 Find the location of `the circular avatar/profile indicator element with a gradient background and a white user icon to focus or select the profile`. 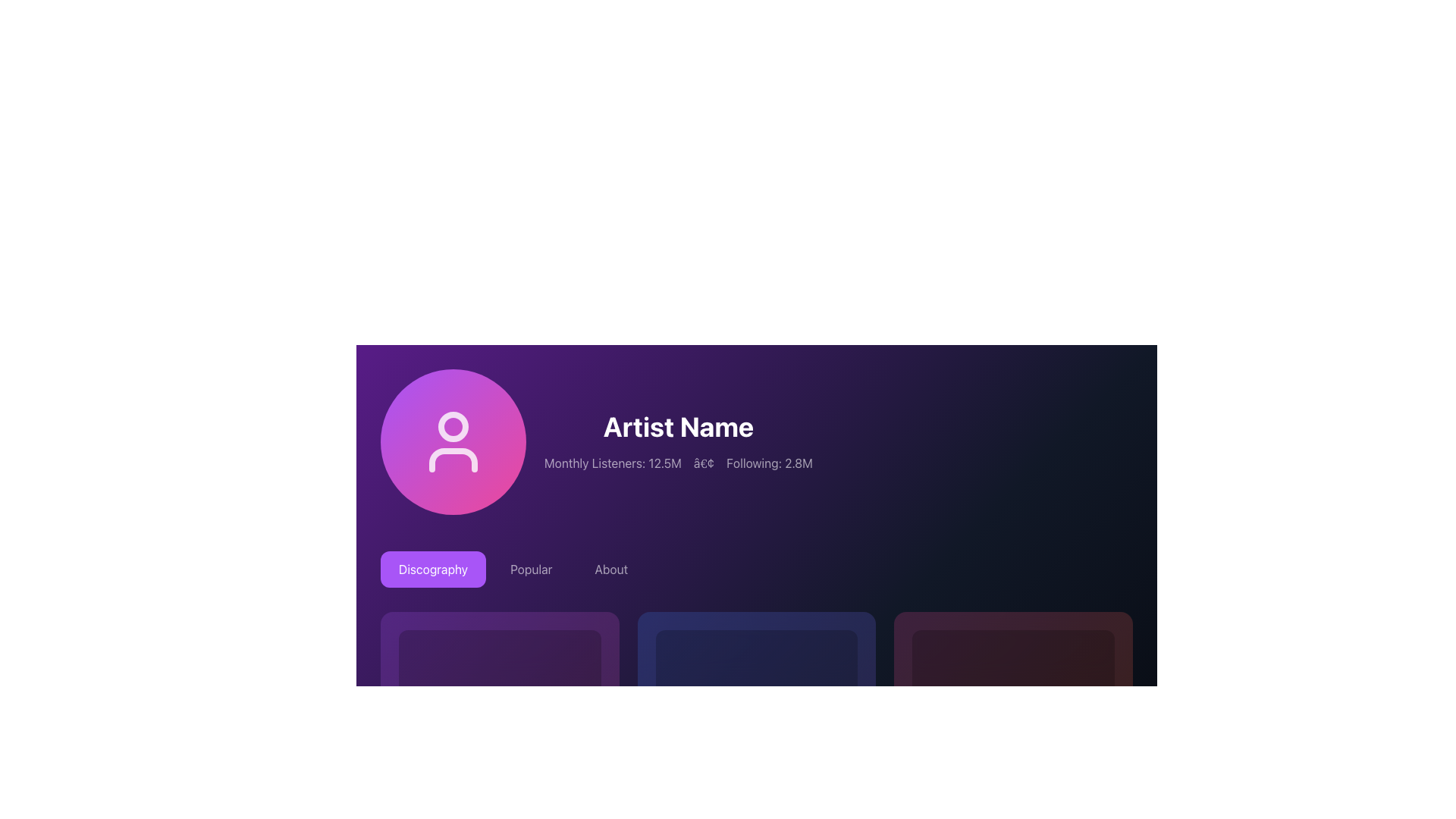

the circular avatar/profile indicator element with a gradient background and a white user icon to focus or select the profile is located at coordinates (453, 441).